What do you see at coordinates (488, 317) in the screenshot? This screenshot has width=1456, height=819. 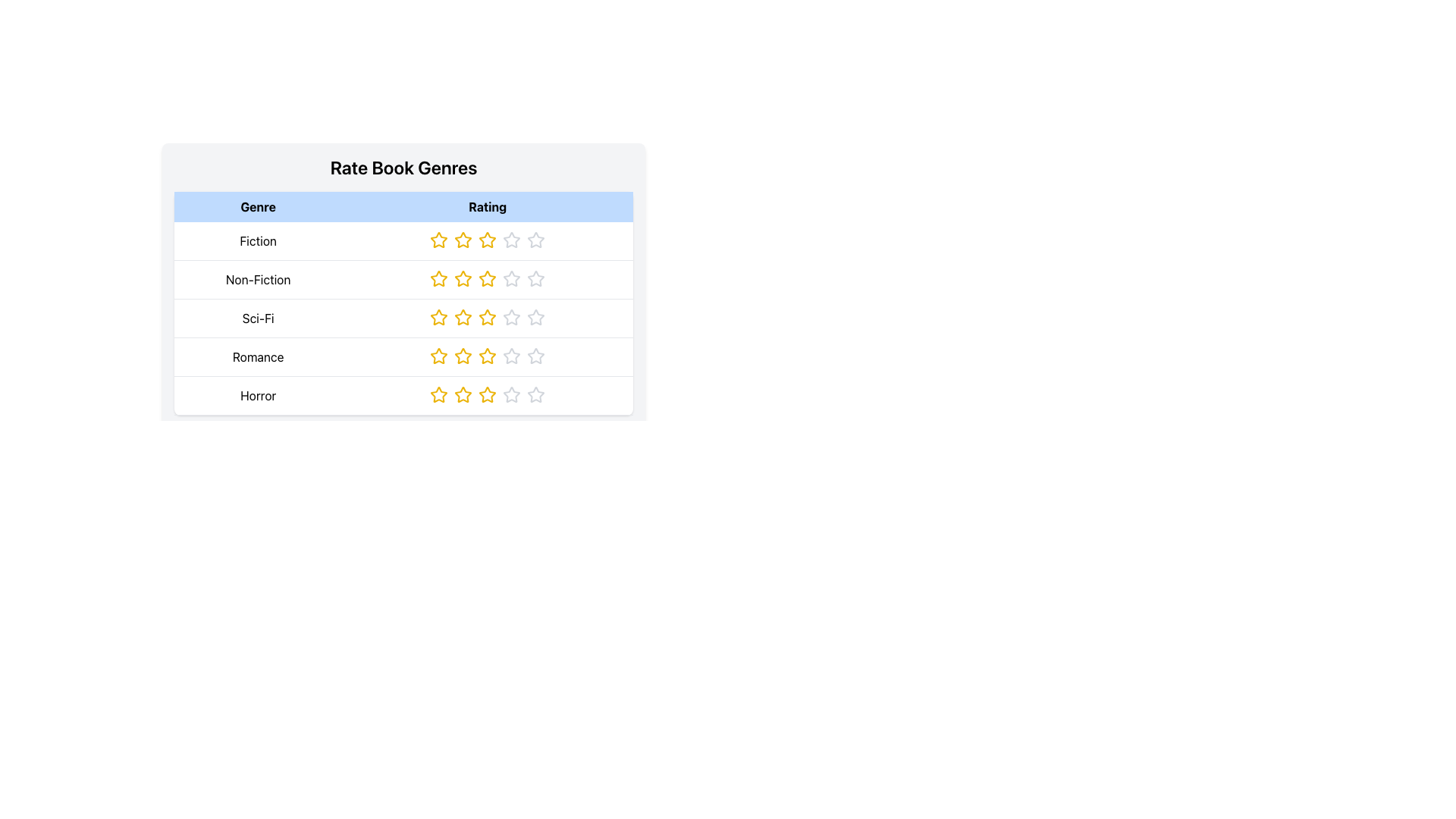 I see `the third star in the Rating column of the rating table to update the rating level` at bounding box center [488, 317].